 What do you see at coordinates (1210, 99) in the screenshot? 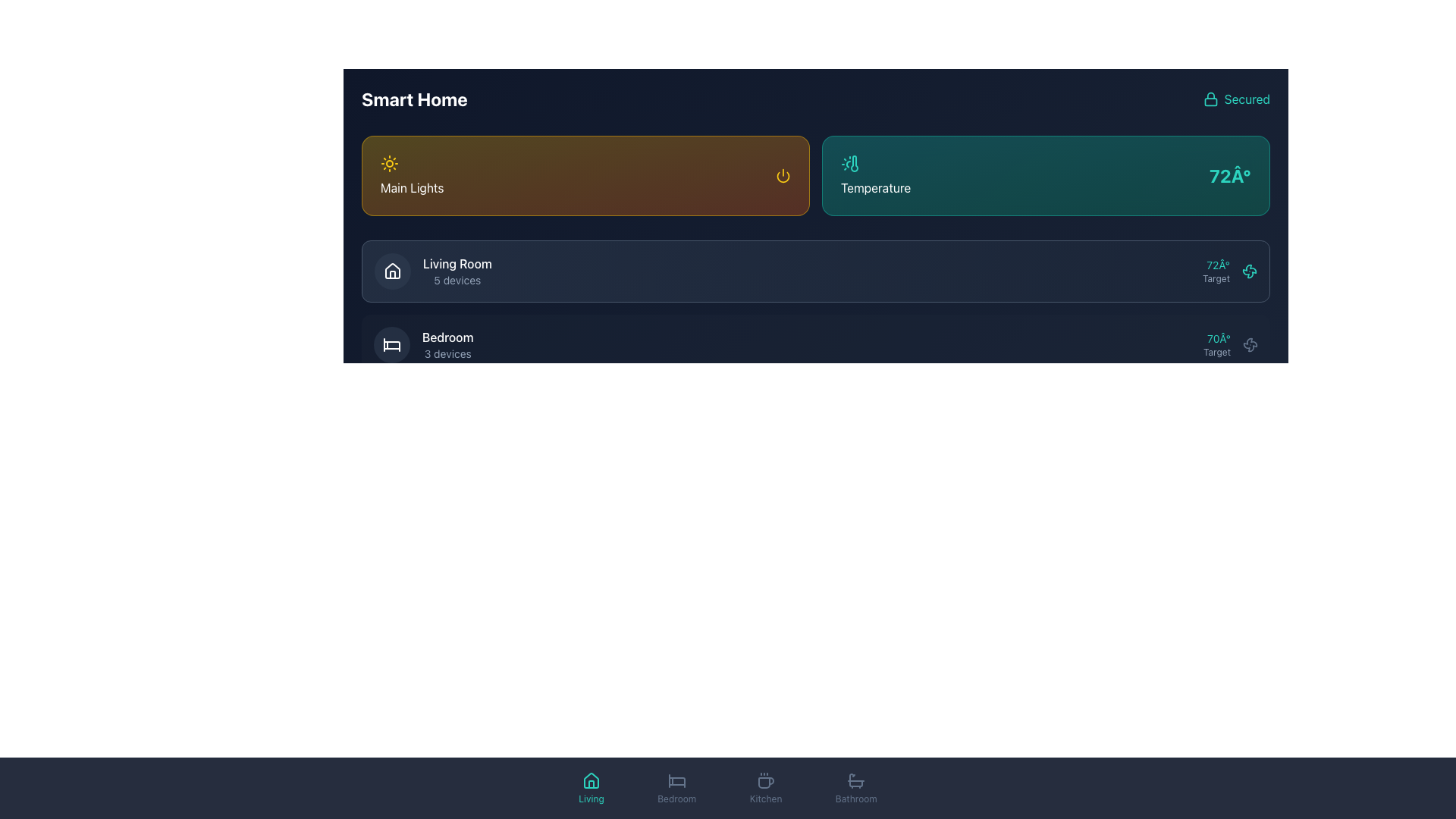
I see `the security indicator icon located at the top-right corner of the interface, preceding the text 'Secured'` at bounding box center [1210, 99].